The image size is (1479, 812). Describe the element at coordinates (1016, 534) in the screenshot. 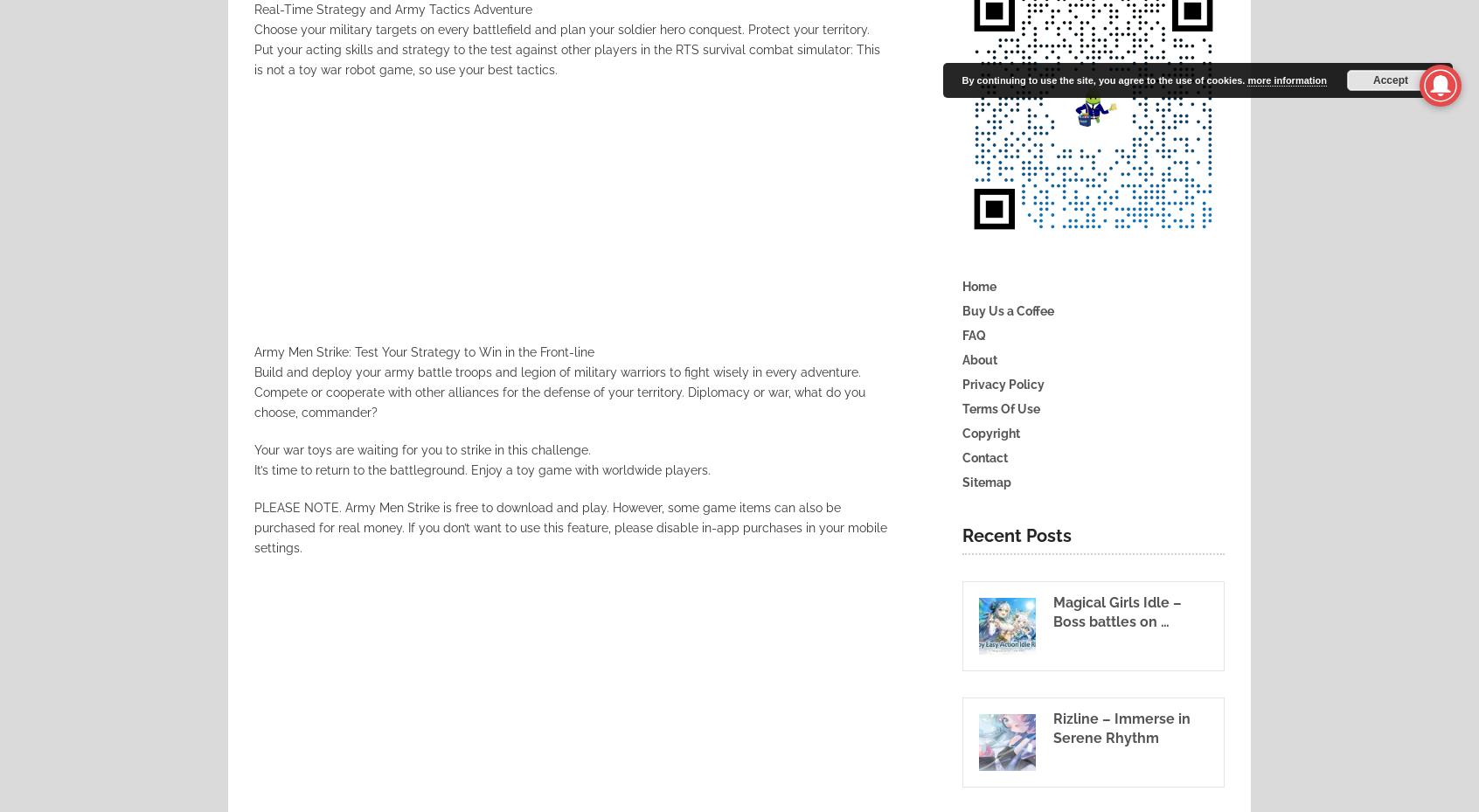

I see `'Recent Posts'` at that location.